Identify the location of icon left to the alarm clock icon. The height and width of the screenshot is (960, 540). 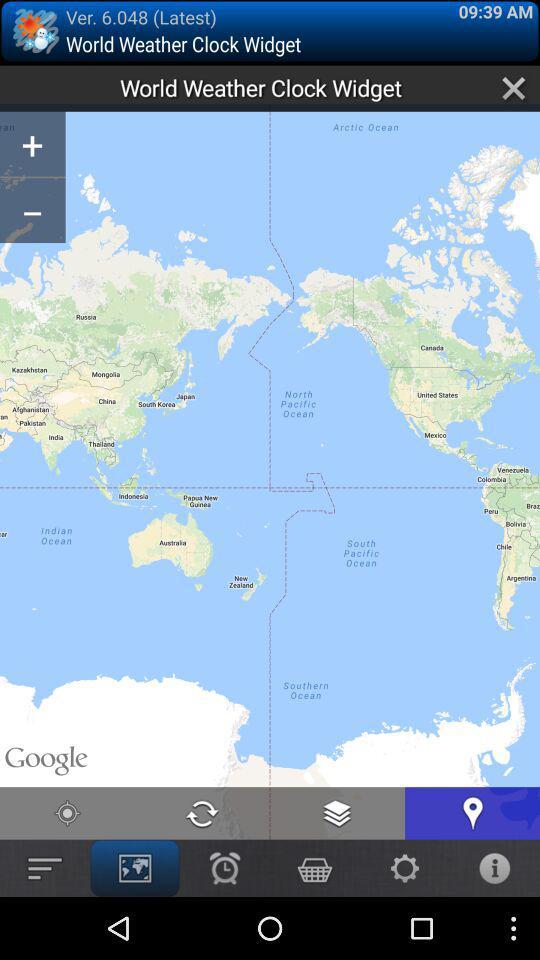
(135, 867).